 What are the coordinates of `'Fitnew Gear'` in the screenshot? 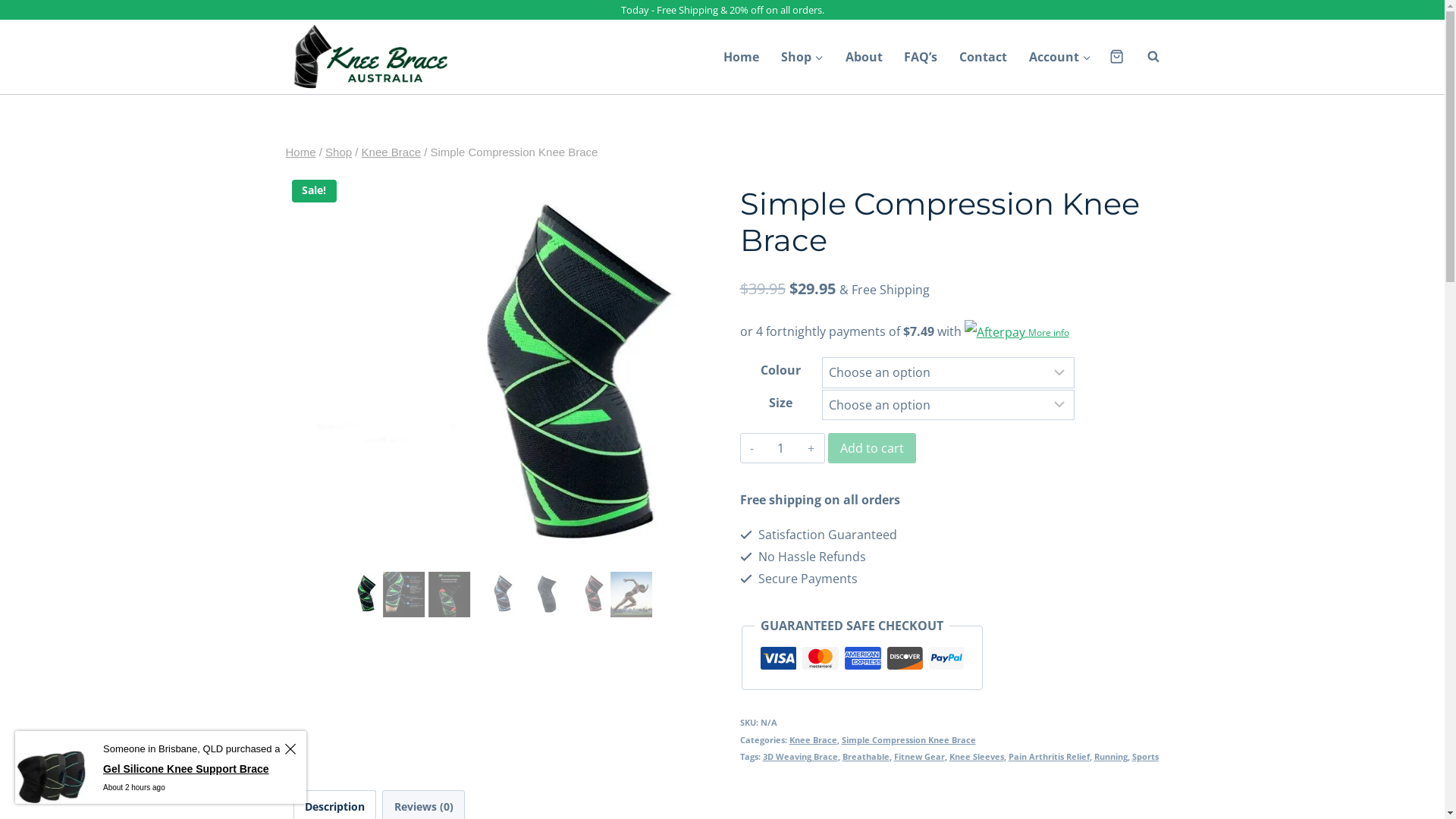 It's located at (894, 756).